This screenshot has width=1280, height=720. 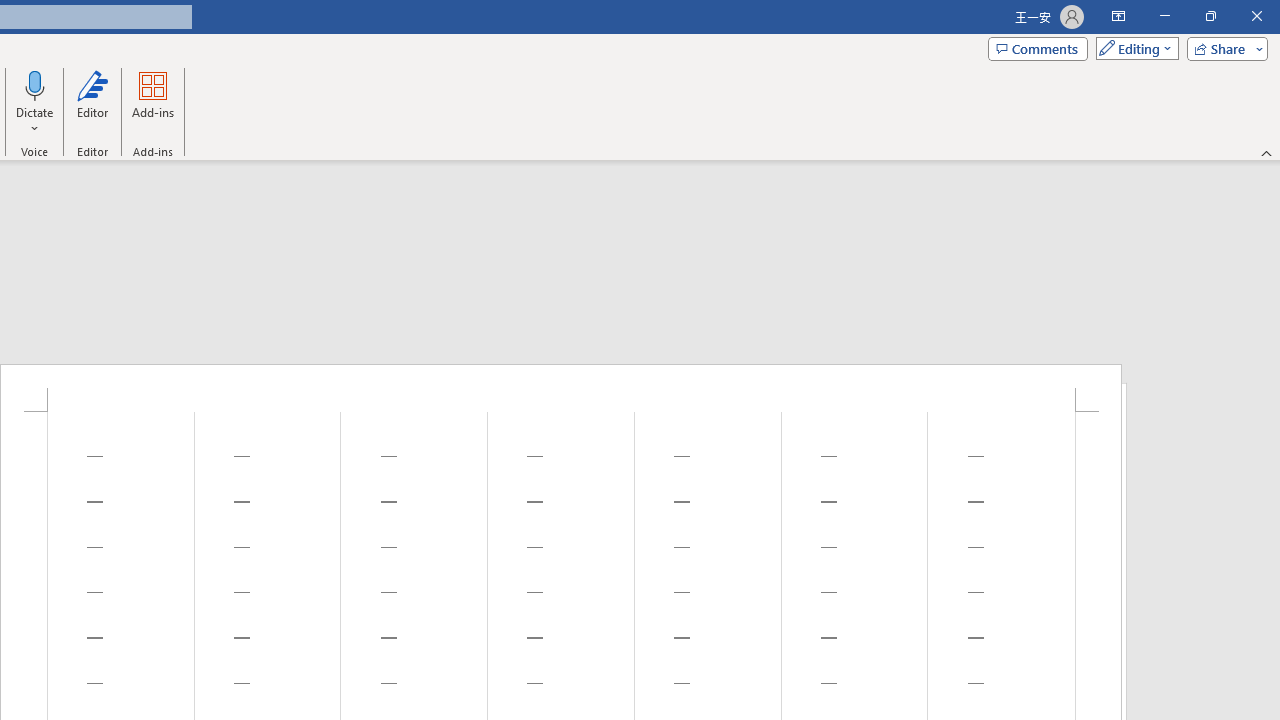 What do you see at coordinates (35, 84) in the screenshot?
I see `'Dictate'` at bounding box center [35, 84].